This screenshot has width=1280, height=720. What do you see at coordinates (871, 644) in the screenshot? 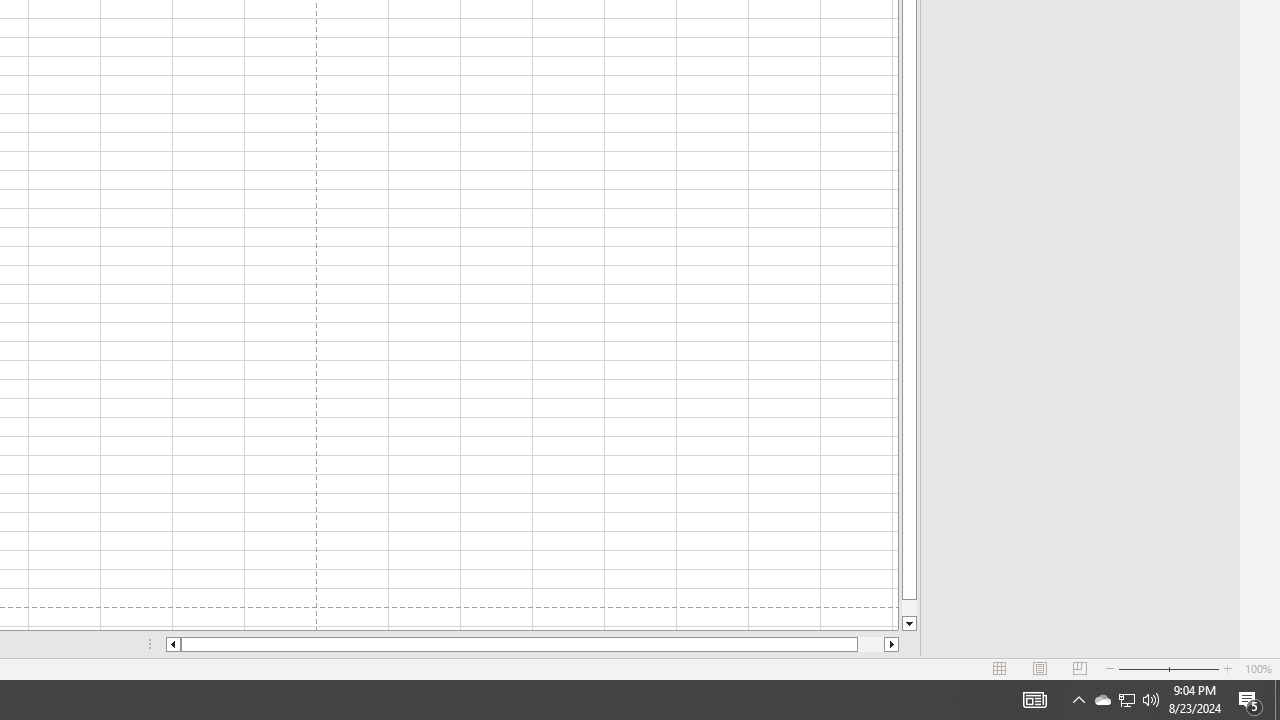
I see `'Page right'` at bounding box center [871, 644].